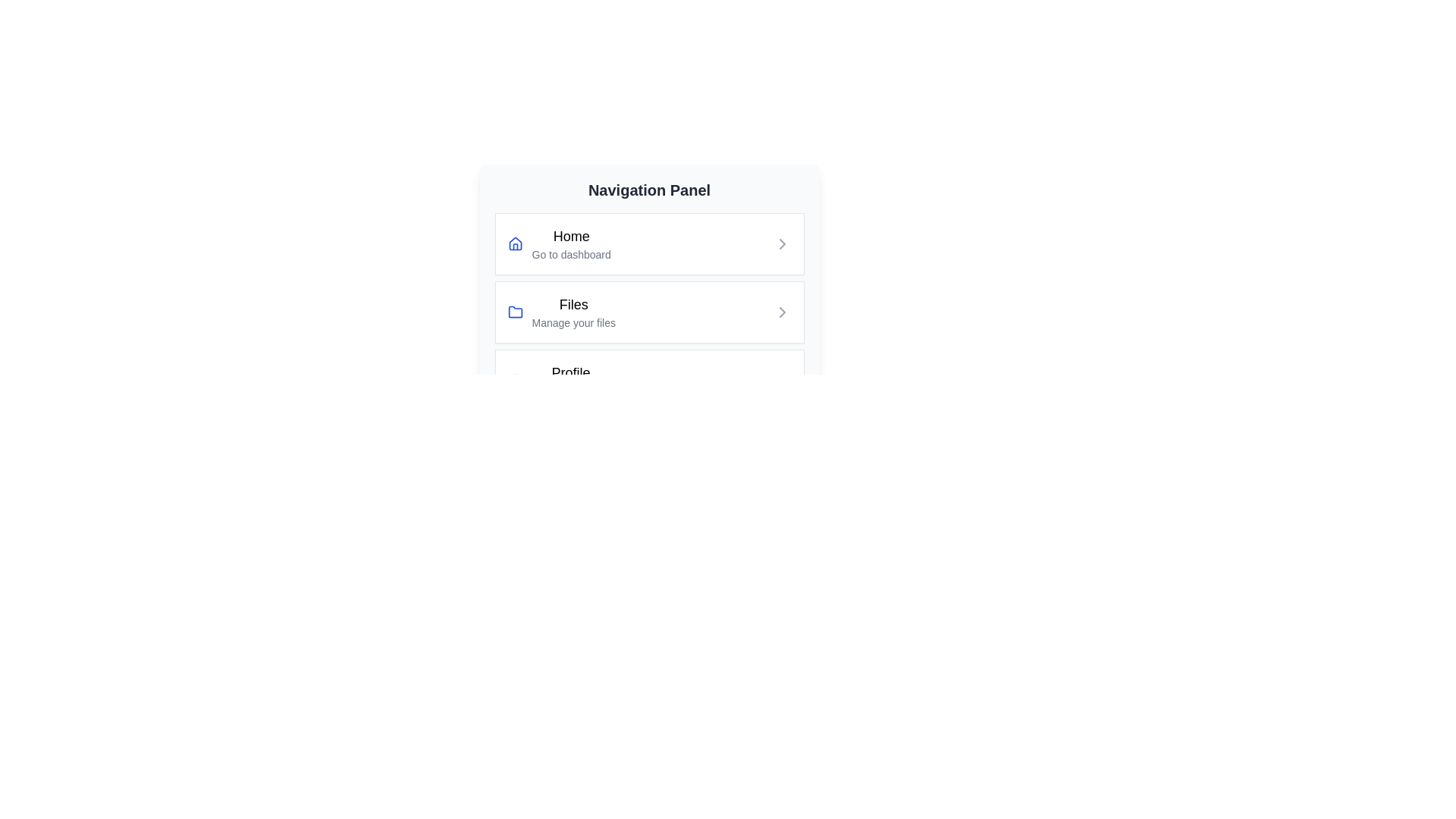 This screenshot has height=819, width=1456. What do you see at coordinates (573, 322) in the screenshot?
I see `text of the descriptive label for the 'Files' navigation option, which provides additional context about managing files` at bounding box center [573, 322].